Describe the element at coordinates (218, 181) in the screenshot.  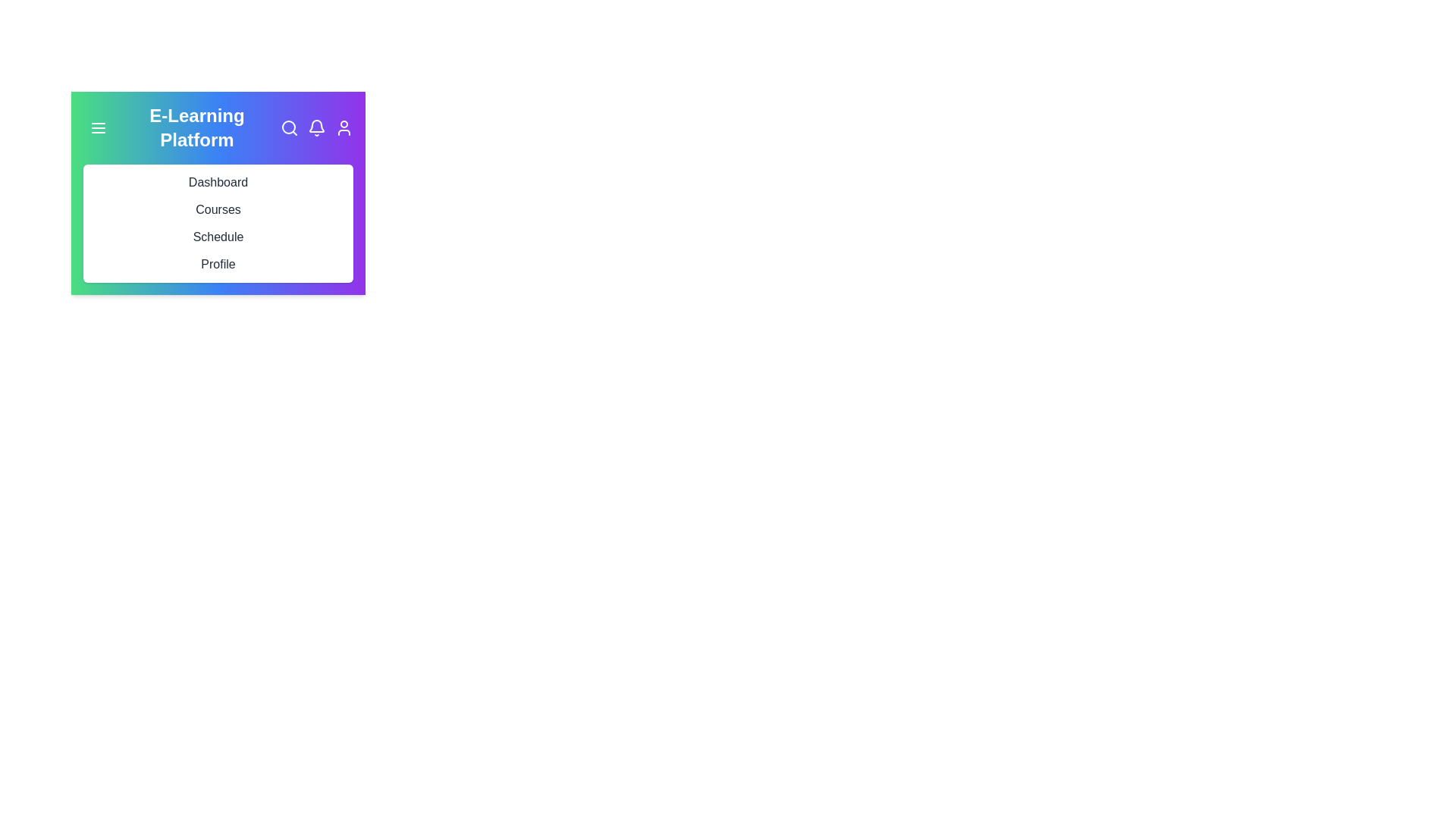
I see `the menu item corresponding to Dashboard` at that location.